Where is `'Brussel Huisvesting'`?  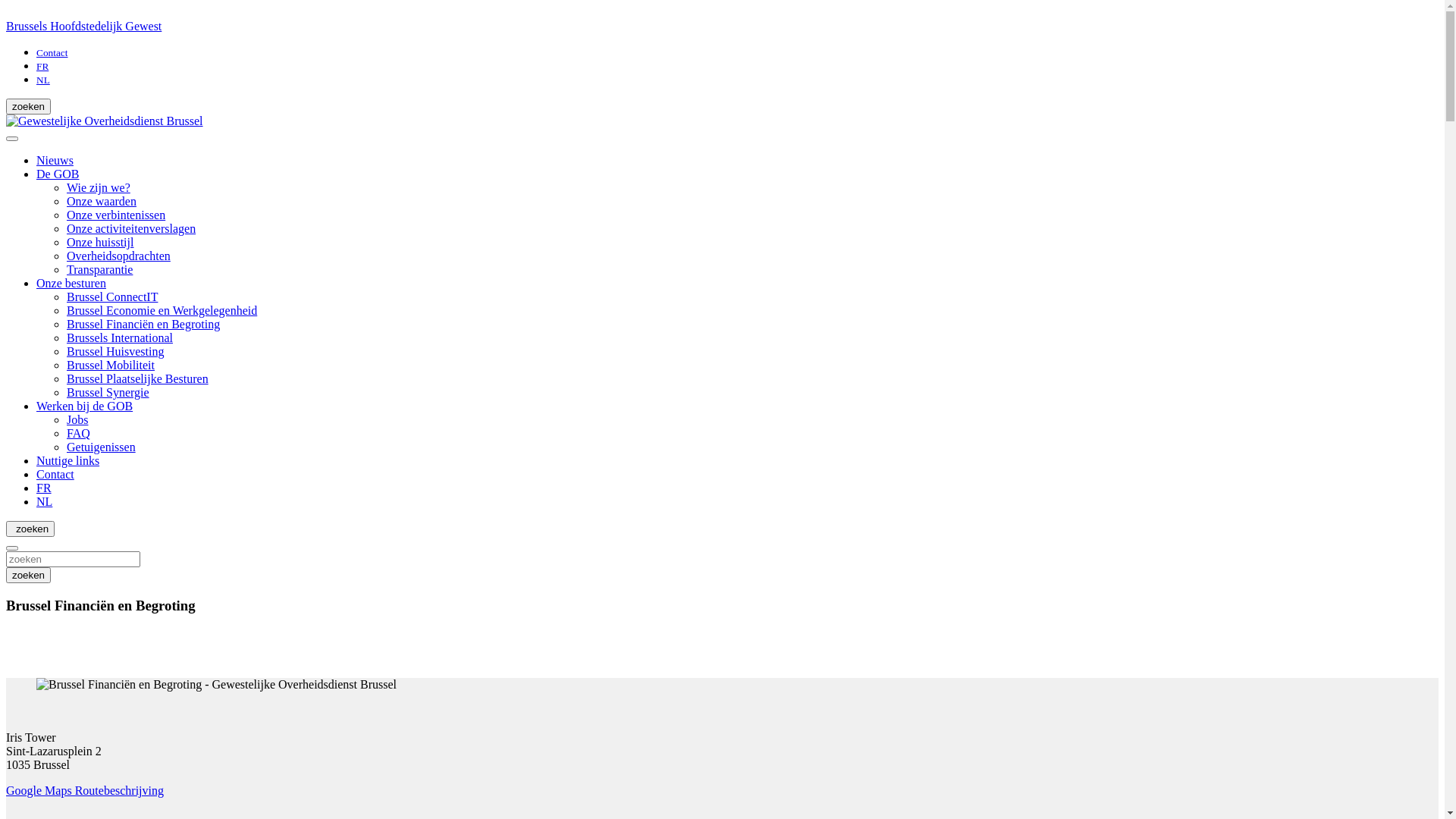
'Brussel Huisvesting' is located at coordinates (115, 351).